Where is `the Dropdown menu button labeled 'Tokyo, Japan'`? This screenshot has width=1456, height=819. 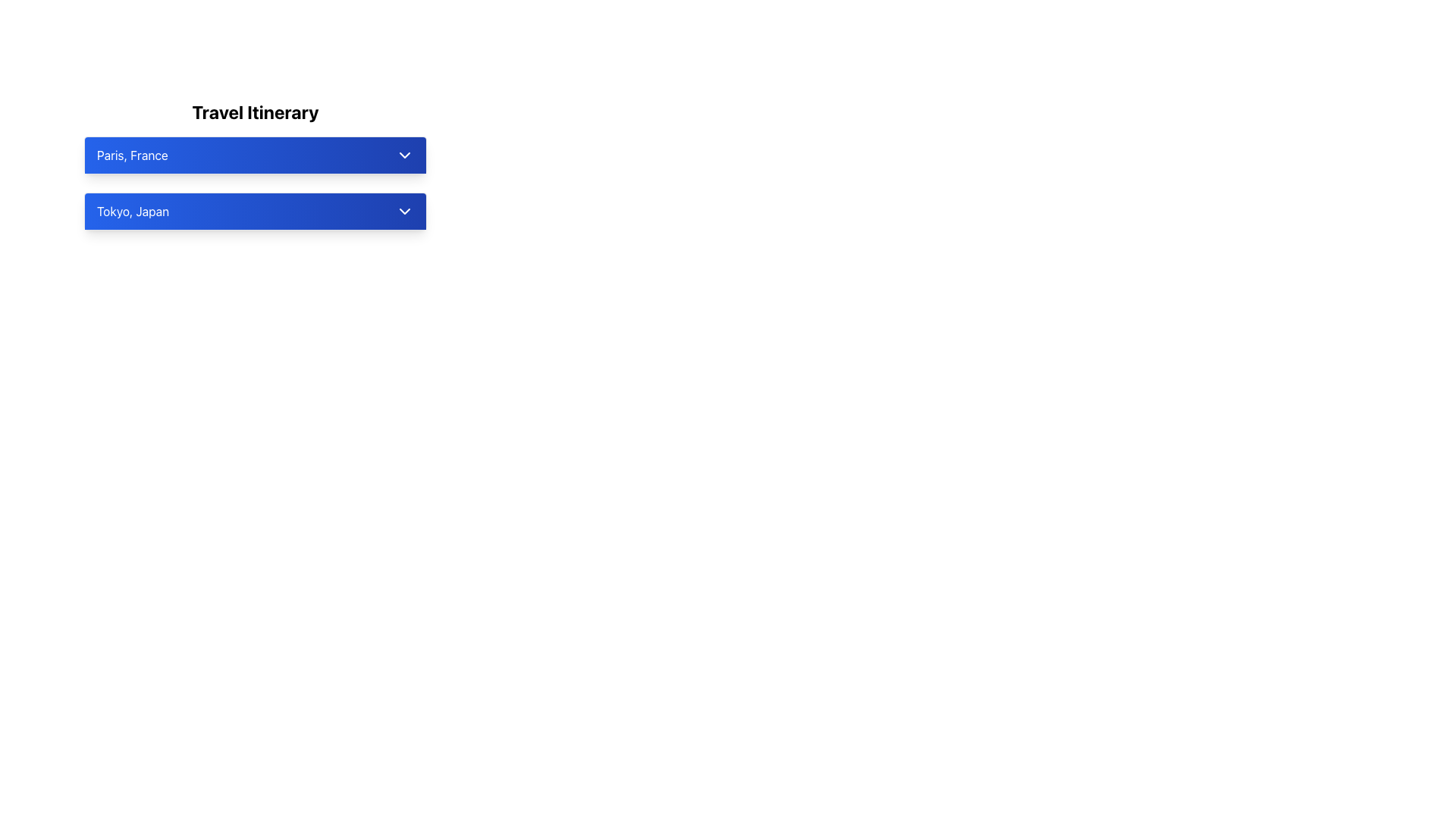 the Dropdown menu button labeled 'Tokyo, Japan' is located at coordinates (255, 211).